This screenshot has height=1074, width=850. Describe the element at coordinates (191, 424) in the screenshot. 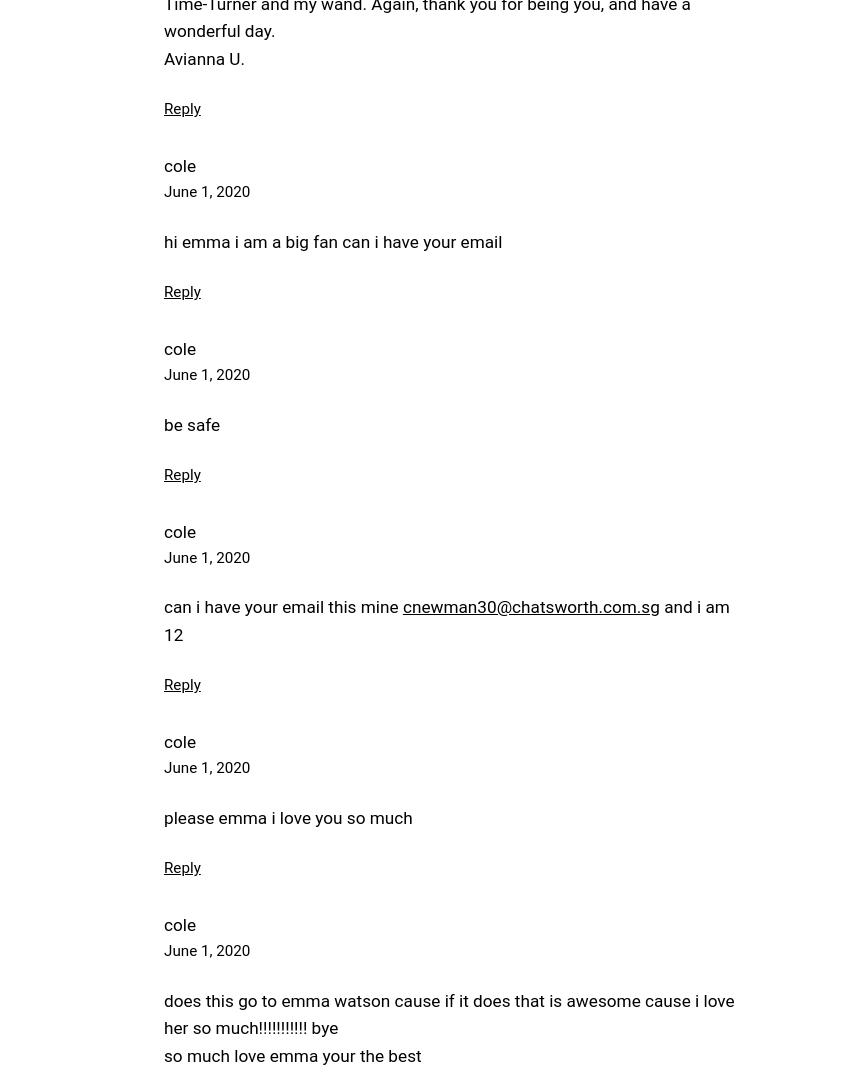

I see `'be safe'` at that location.